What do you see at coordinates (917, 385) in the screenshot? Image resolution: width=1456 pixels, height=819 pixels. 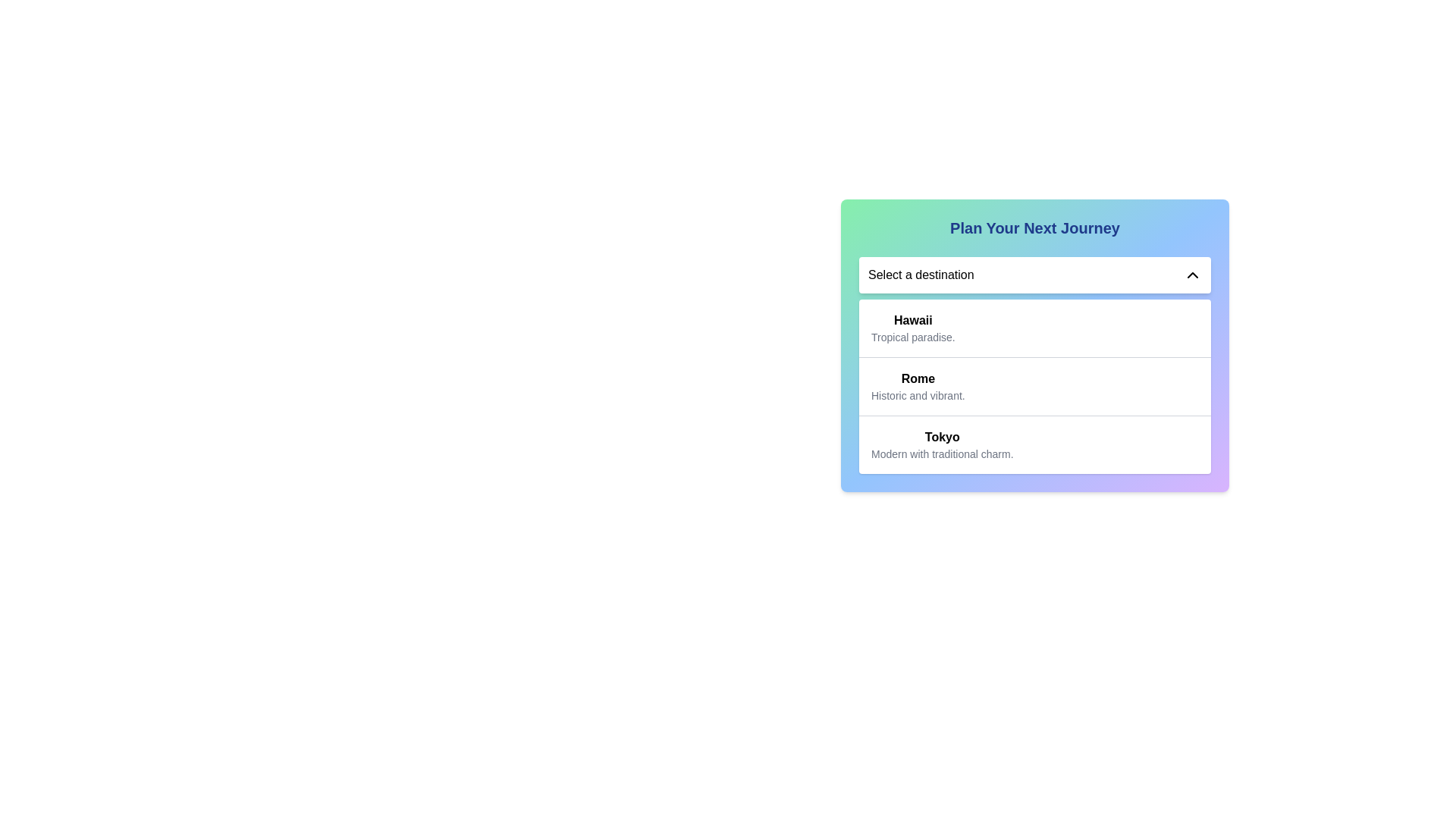 I see `the textual display element that shows 'Rome' in bold and 'Historic and vibrant.' in a smaller font, which is the second item in a vertical list of destinations` at bounding box center [917, 385].